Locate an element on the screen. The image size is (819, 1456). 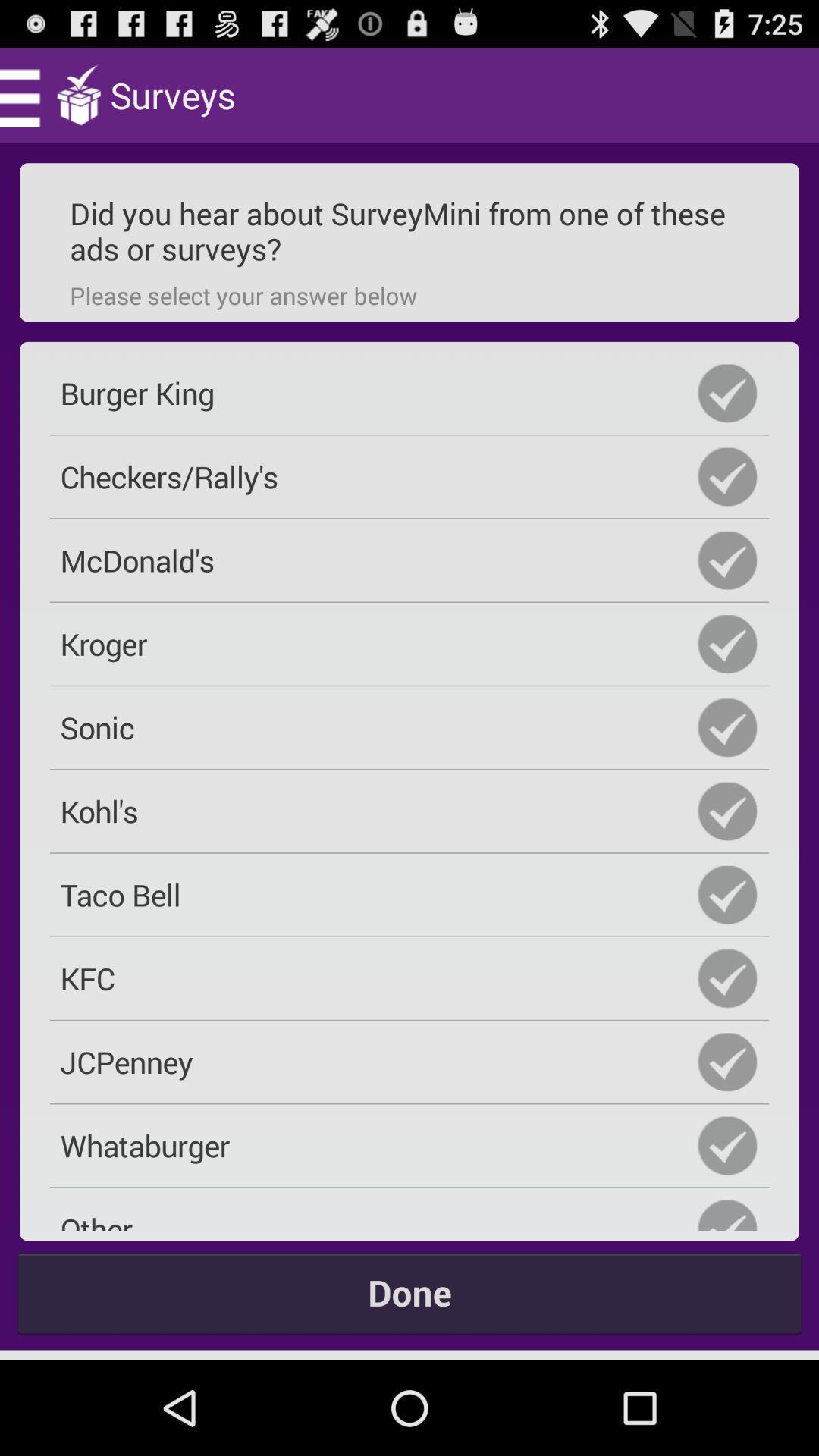
whataburger icon is located at coordinates (409, 1145).